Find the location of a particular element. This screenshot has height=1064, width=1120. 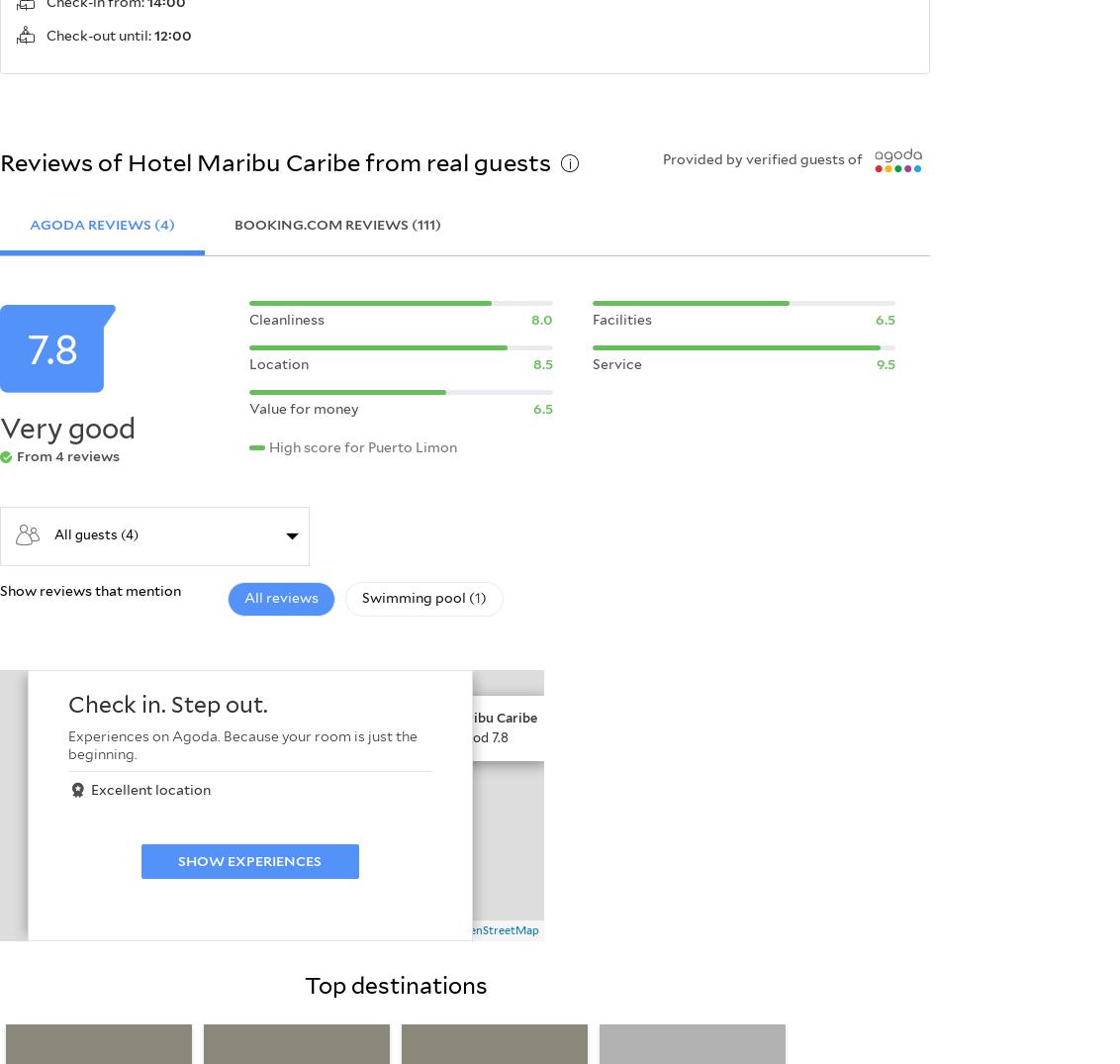

'7.8' is located at coordinates (26, 349).